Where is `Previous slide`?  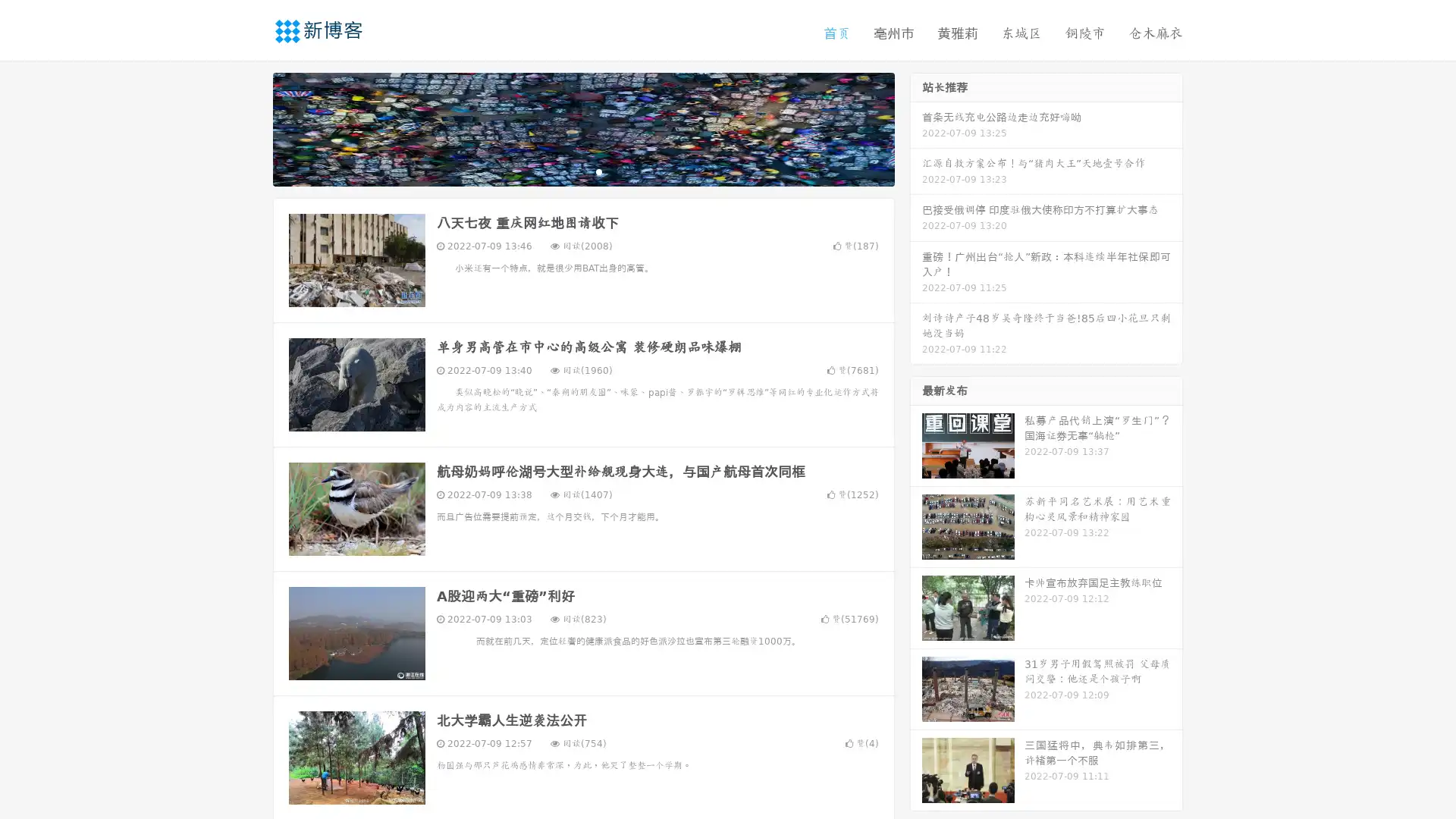 Previous slide is located at coordinates (250, 127).